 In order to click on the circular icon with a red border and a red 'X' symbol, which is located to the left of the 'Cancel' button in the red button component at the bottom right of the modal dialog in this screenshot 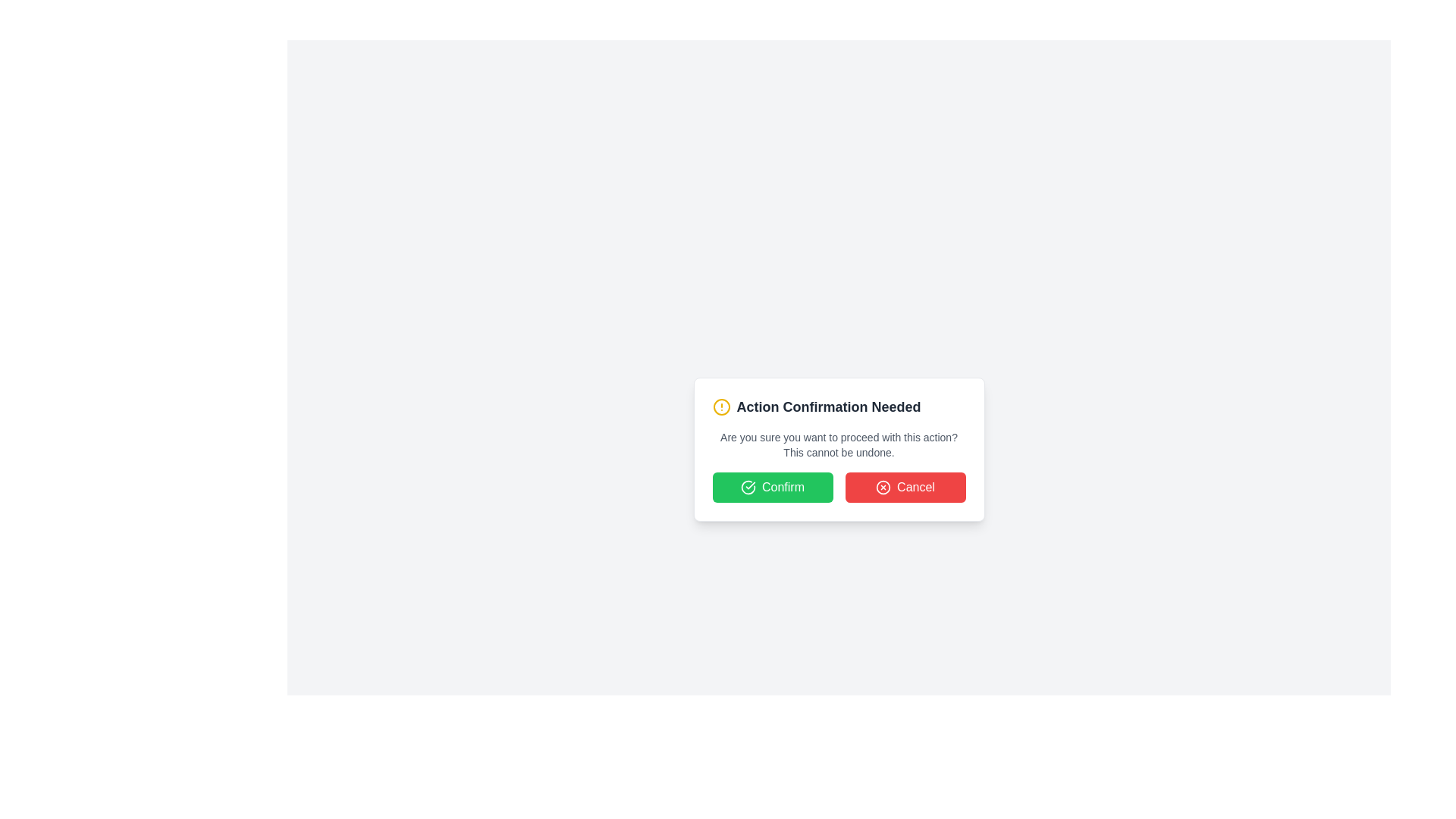, I will do `click(883, 488)`.